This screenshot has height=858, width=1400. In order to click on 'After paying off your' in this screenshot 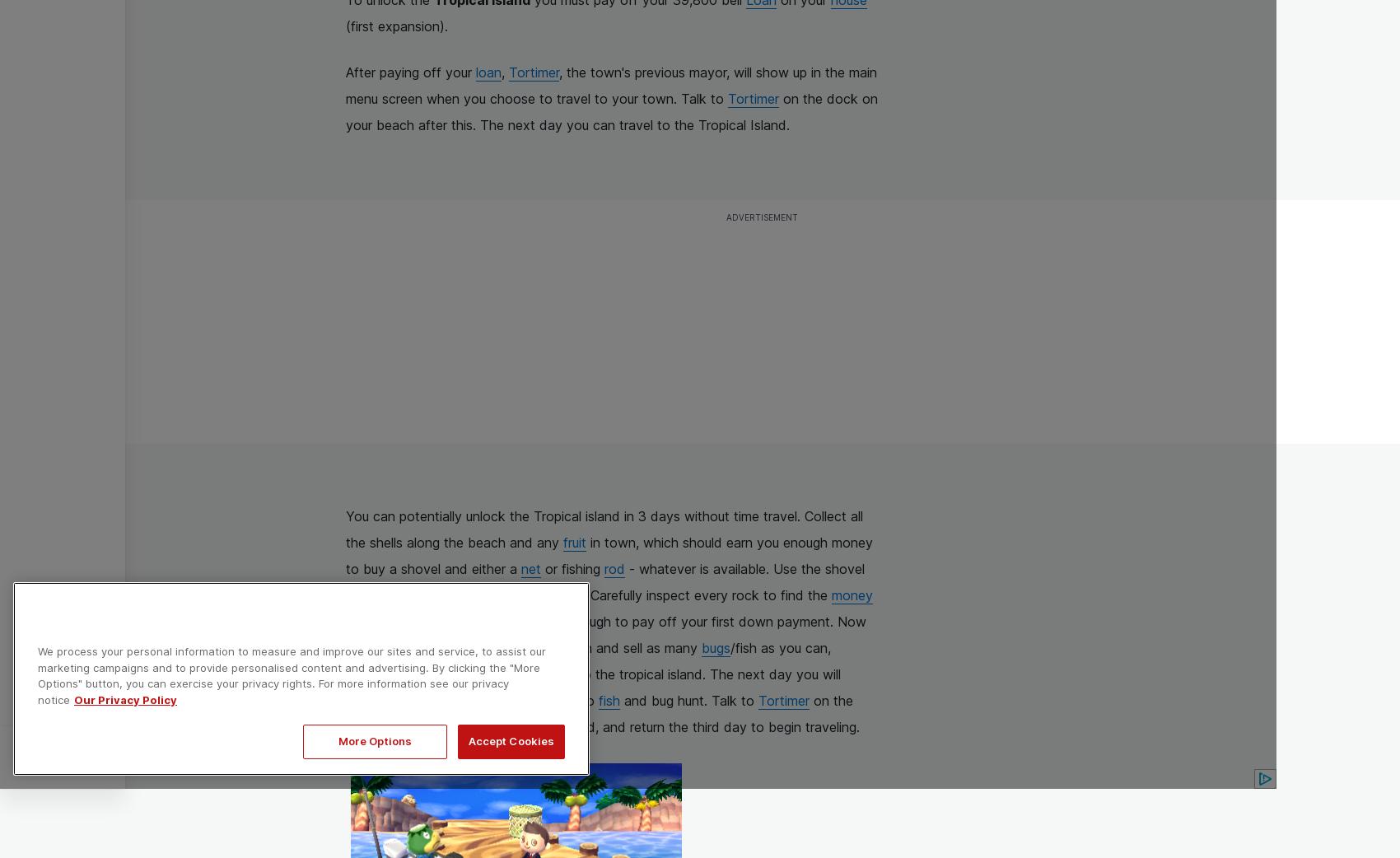, I will do `click(345, 72)`.